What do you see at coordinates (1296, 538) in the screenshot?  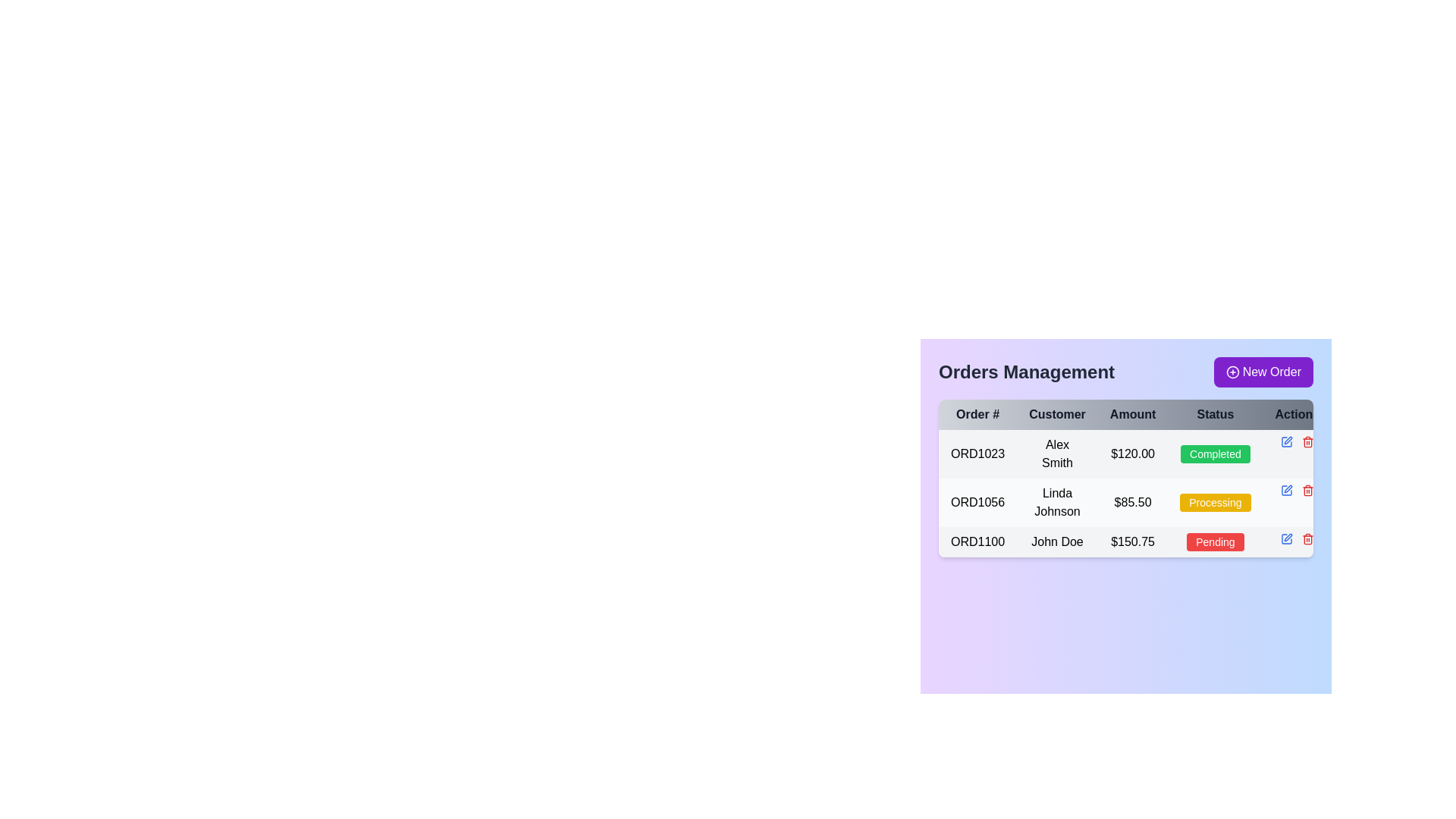 I see `the delete icon in the Button group located in the 'Action' column of the last row in the orders table` at bounding box center [1296, 538].